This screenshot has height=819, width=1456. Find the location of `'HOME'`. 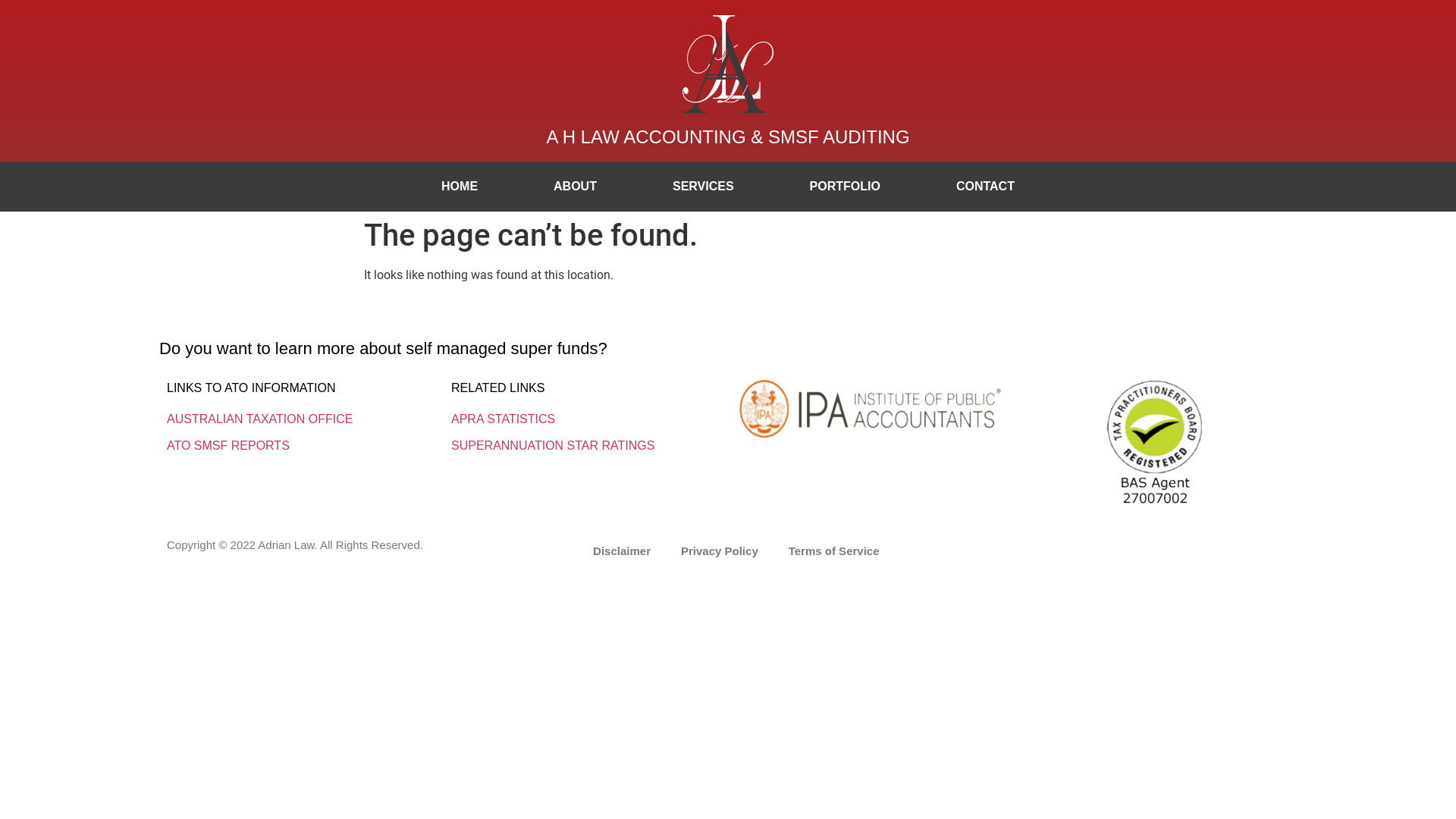

'HOME' is located at coordinates (458, 186).